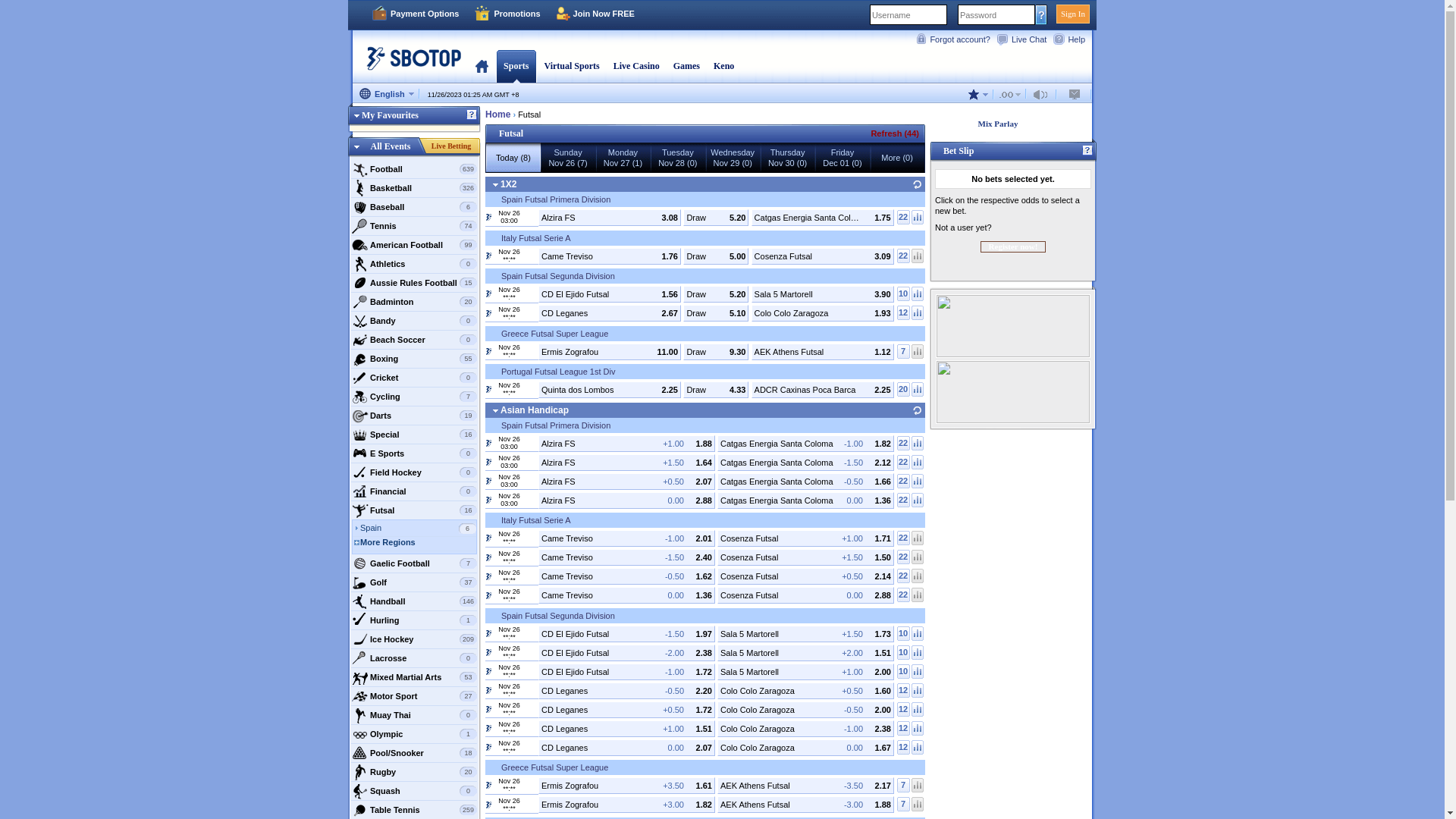 This screenshot has height=819, width=1456. What do you see at coordinates (1071, 38) in the screenshot?
I see `'Help'` at bounding box center [1071, 38].